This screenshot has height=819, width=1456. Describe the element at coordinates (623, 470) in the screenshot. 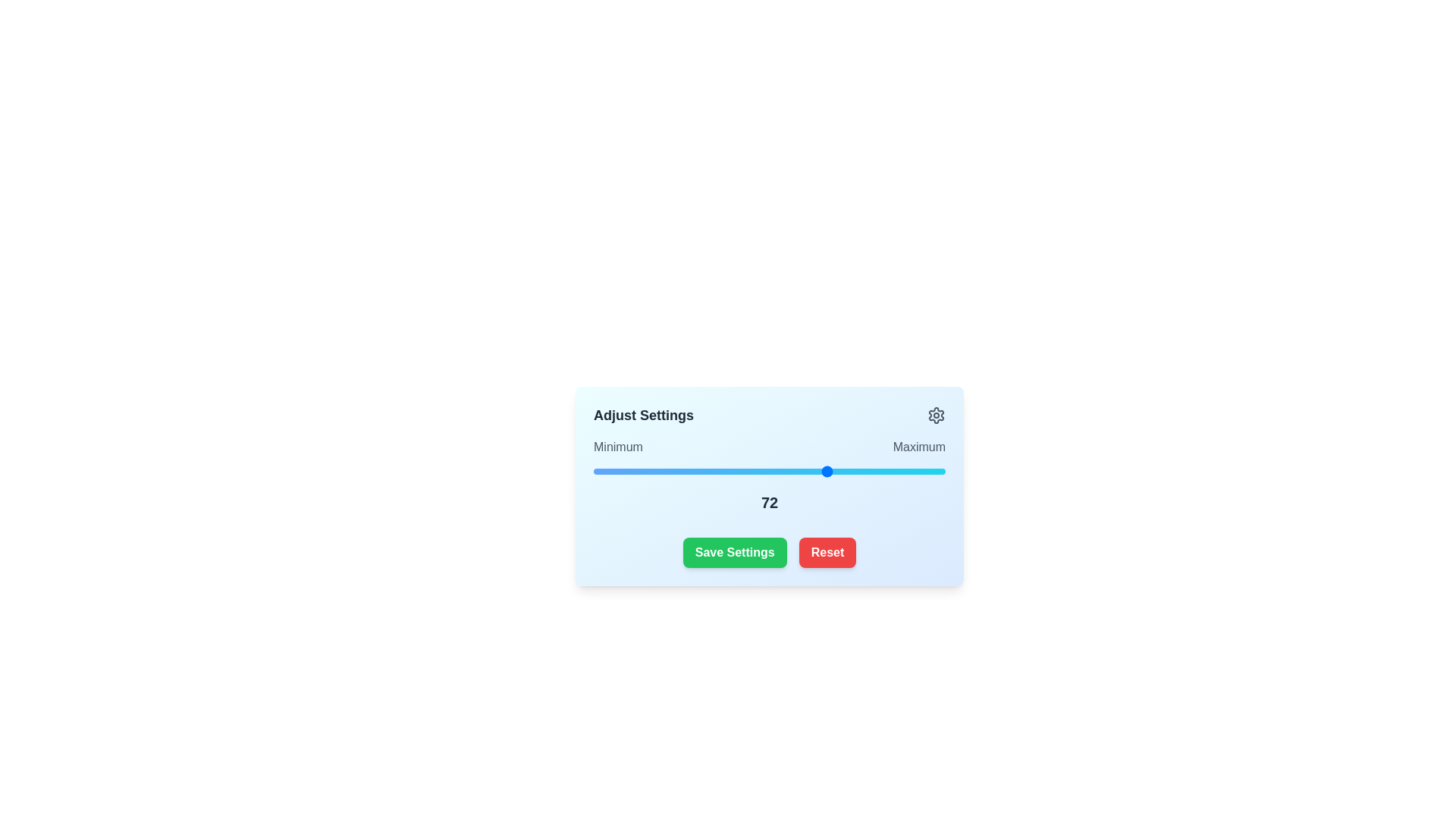

I see `the slider to set its value to 22` at that location.